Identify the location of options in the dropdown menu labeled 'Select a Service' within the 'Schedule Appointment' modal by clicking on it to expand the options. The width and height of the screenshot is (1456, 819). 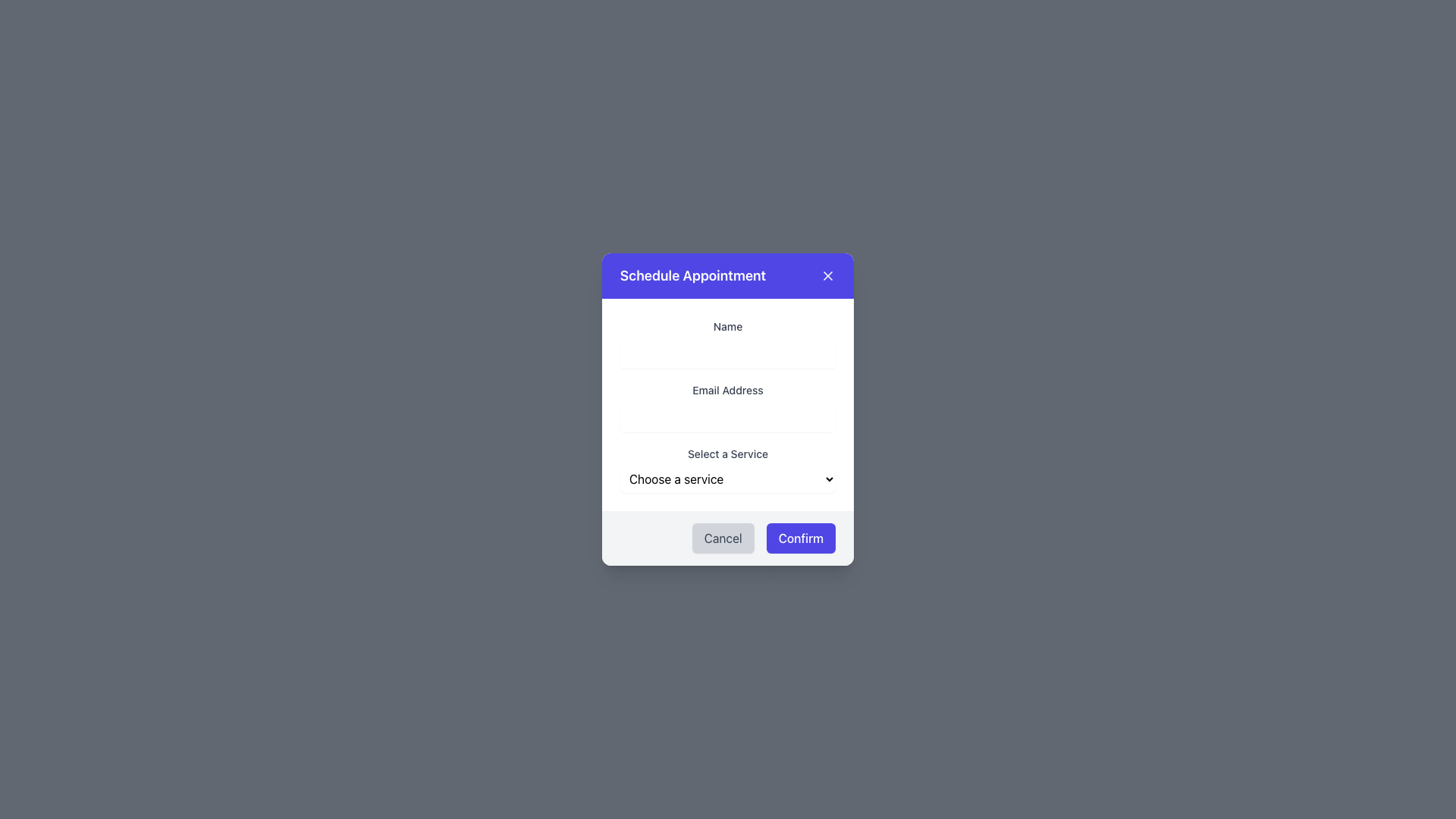
(728, 479).